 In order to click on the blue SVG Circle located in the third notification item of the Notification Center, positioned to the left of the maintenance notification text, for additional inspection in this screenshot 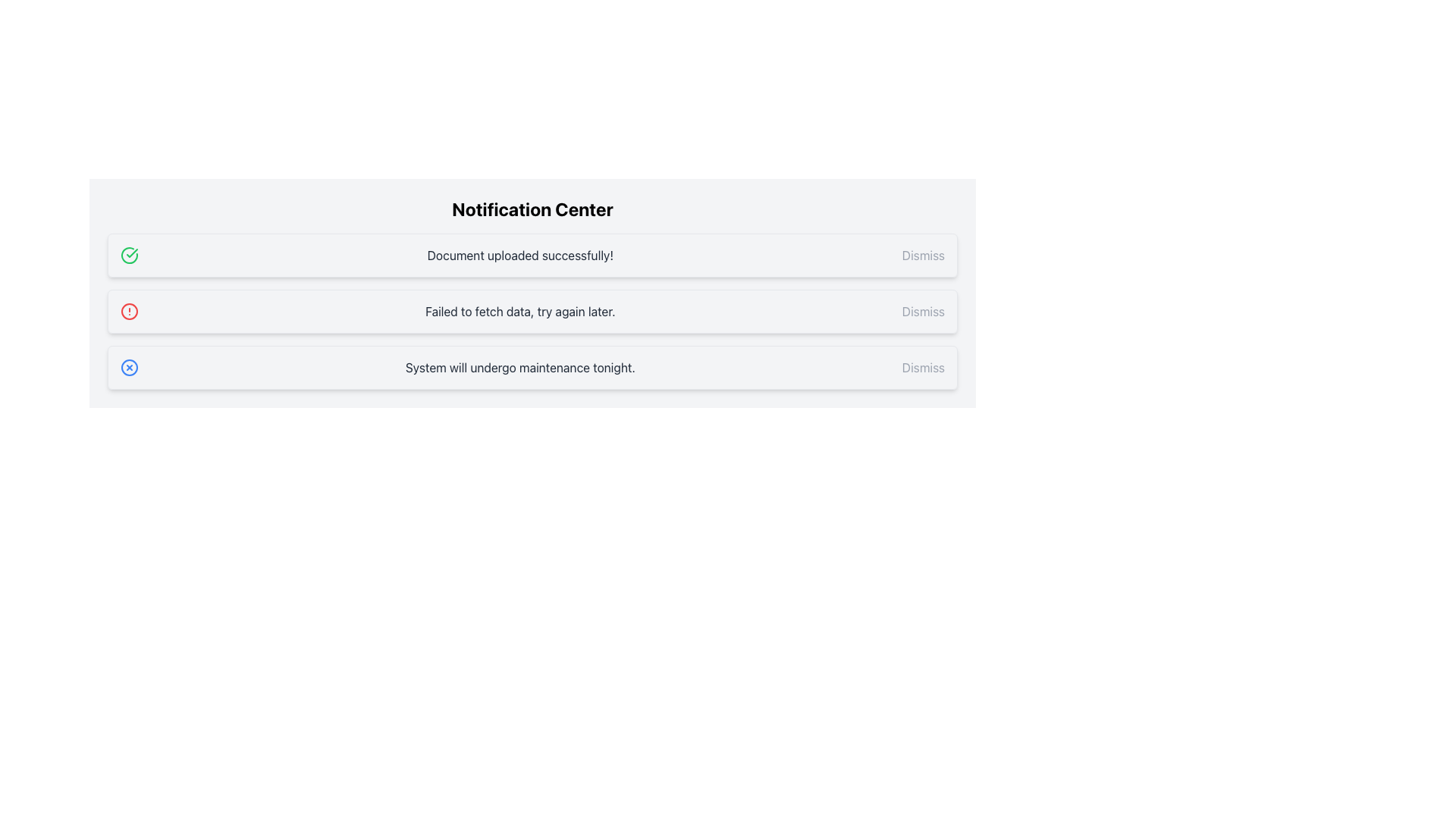, I will do `click(130, 368)`.